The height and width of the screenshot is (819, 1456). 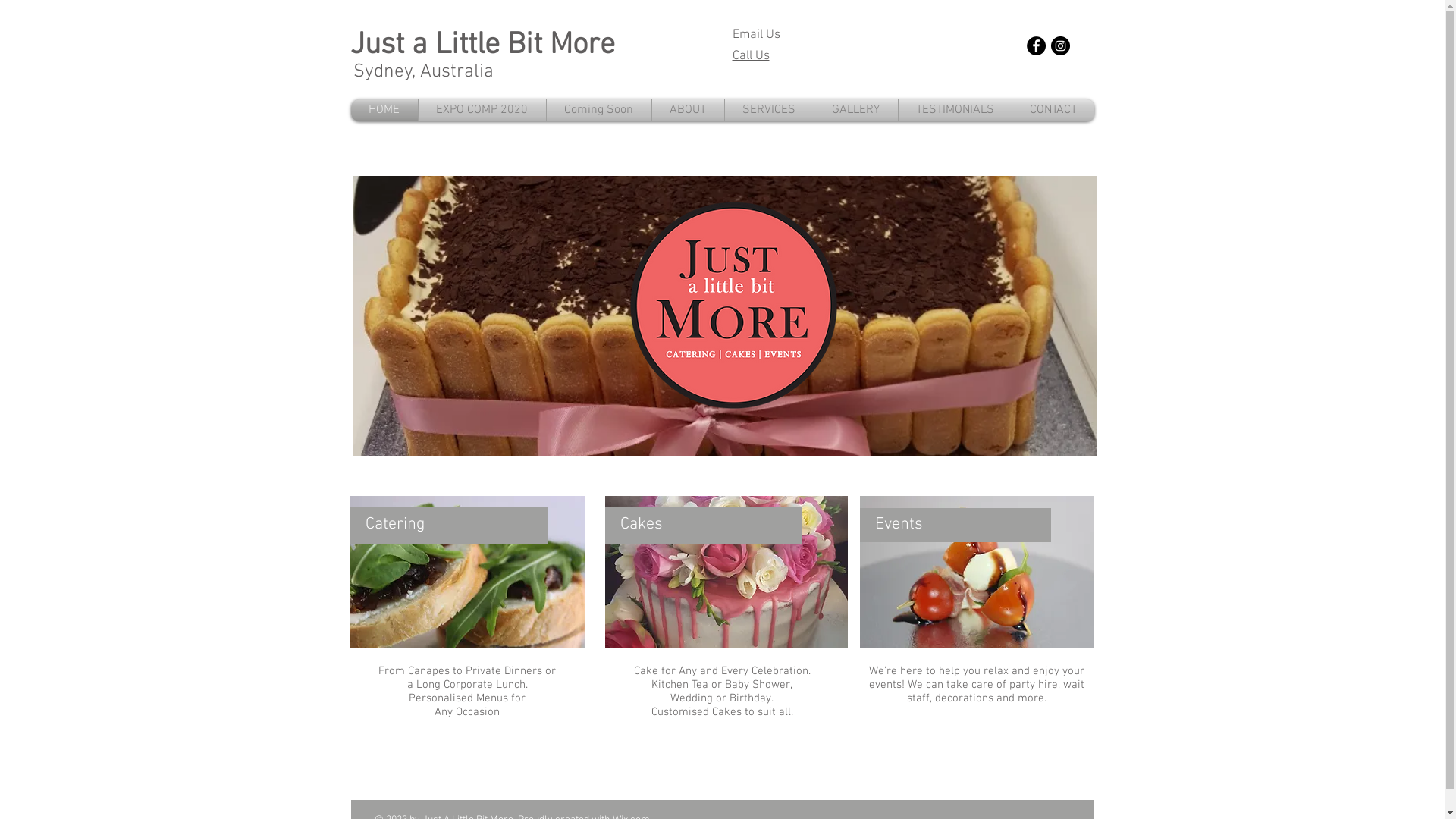 I want to click on 'GALLERY', so click(x=855, y=109).